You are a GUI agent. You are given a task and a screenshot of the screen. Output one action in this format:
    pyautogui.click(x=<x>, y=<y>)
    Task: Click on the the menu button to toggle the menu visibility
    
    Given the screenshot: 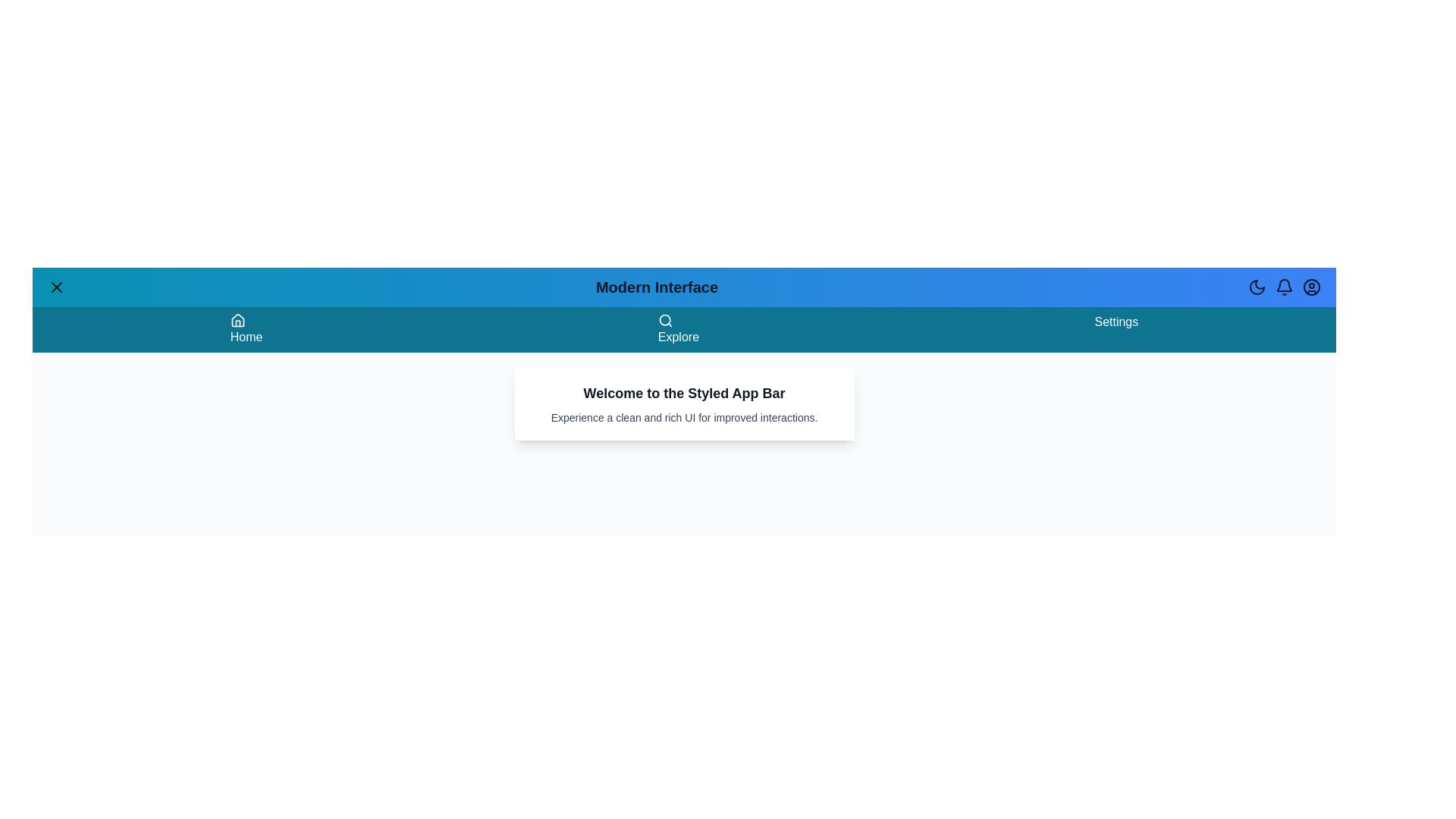 What is the action you would take?
    pyautogui.click(x=57, y=287)
    